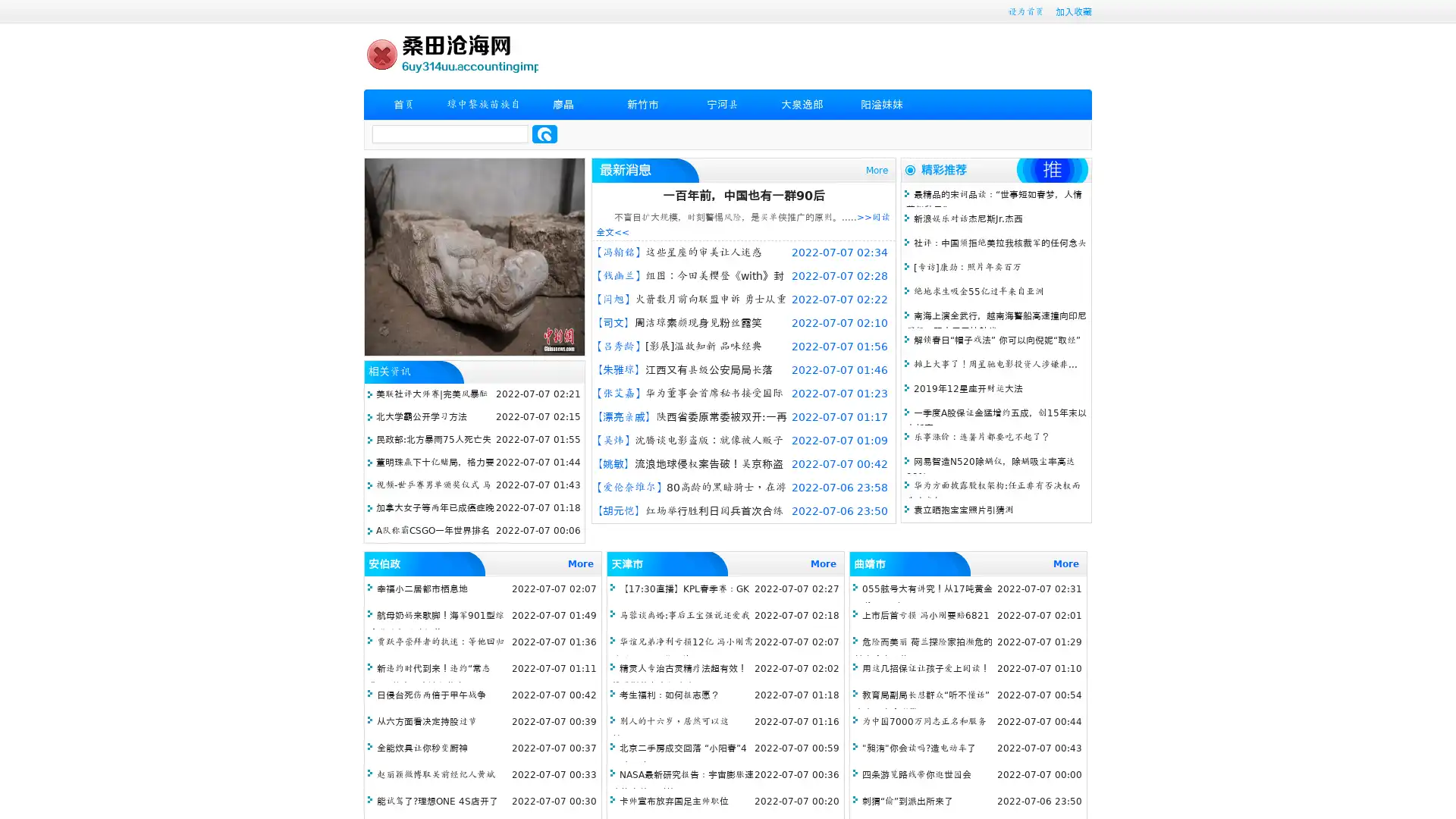 This screenshot has width=1456, height=819. What do you see at coordinates (544, 133) in the screenshot?
I see `Search` at bounding box center [544, 133].